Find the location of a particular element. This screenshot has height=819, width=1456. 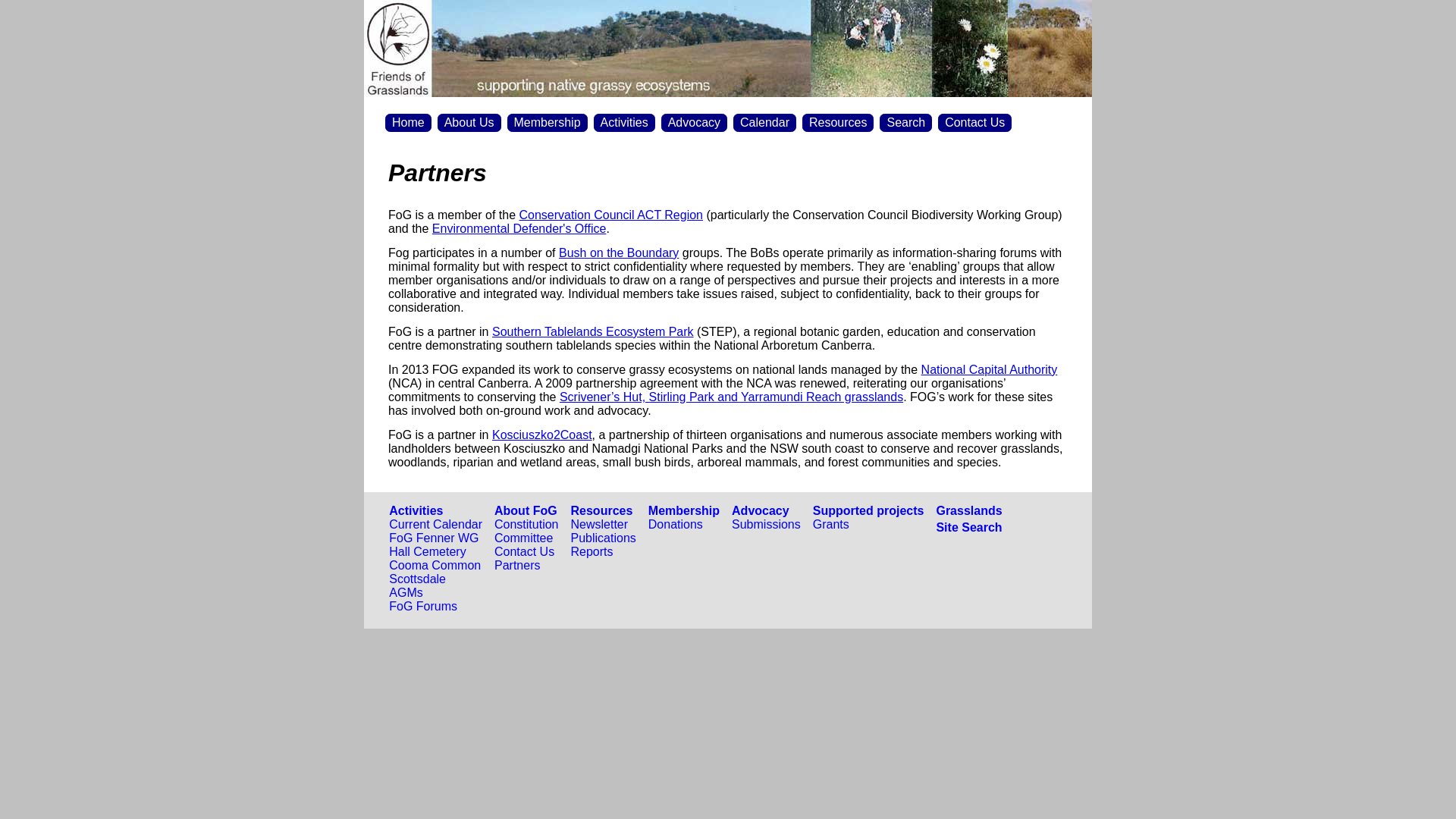

'Grants' is located at coordinates (811, 523).